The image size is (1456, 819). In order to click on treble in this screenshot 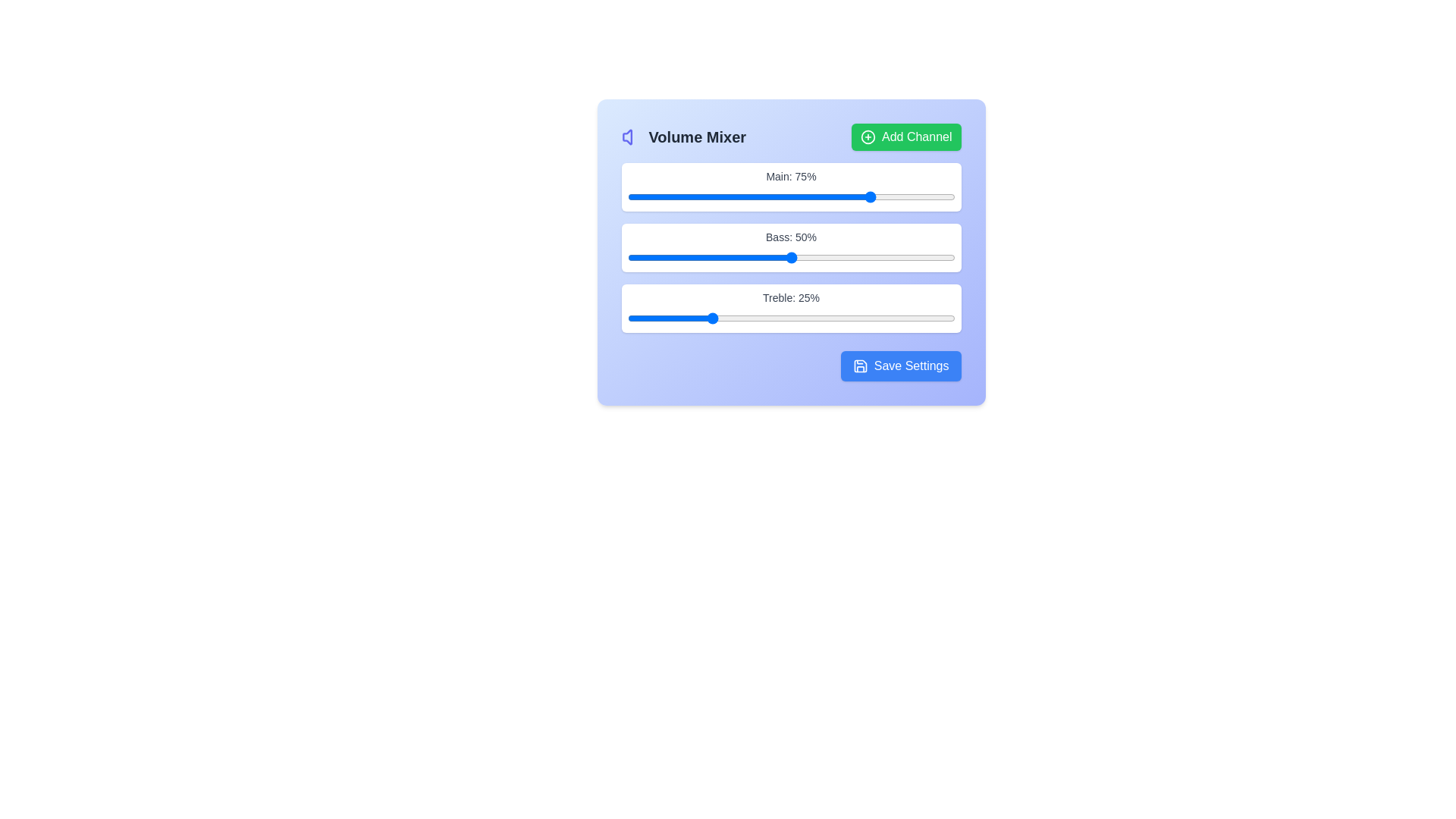, I will do `click(797, 318)`.